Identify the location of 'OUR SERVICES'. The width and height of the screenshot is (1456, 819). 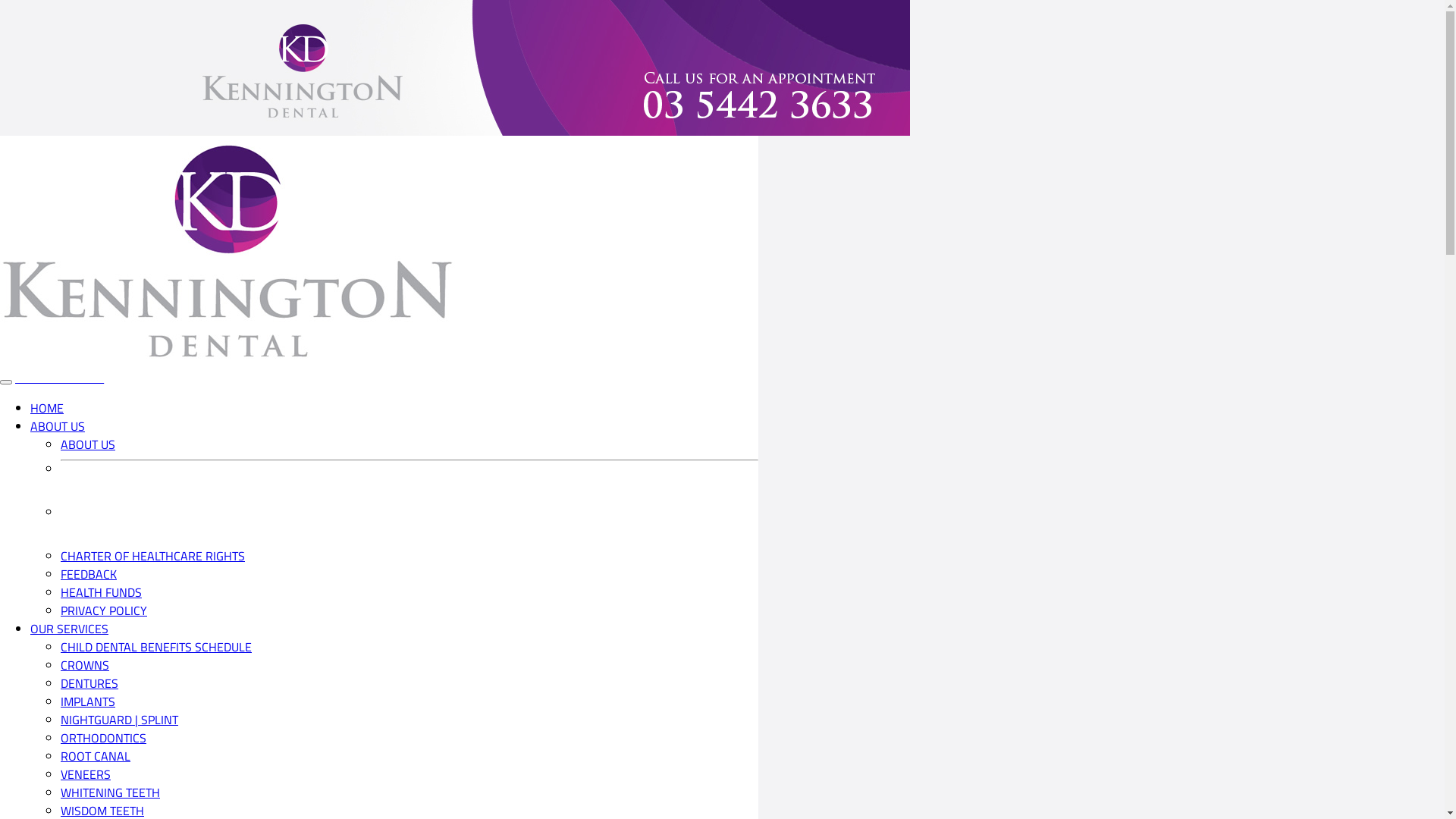
(68, 629).